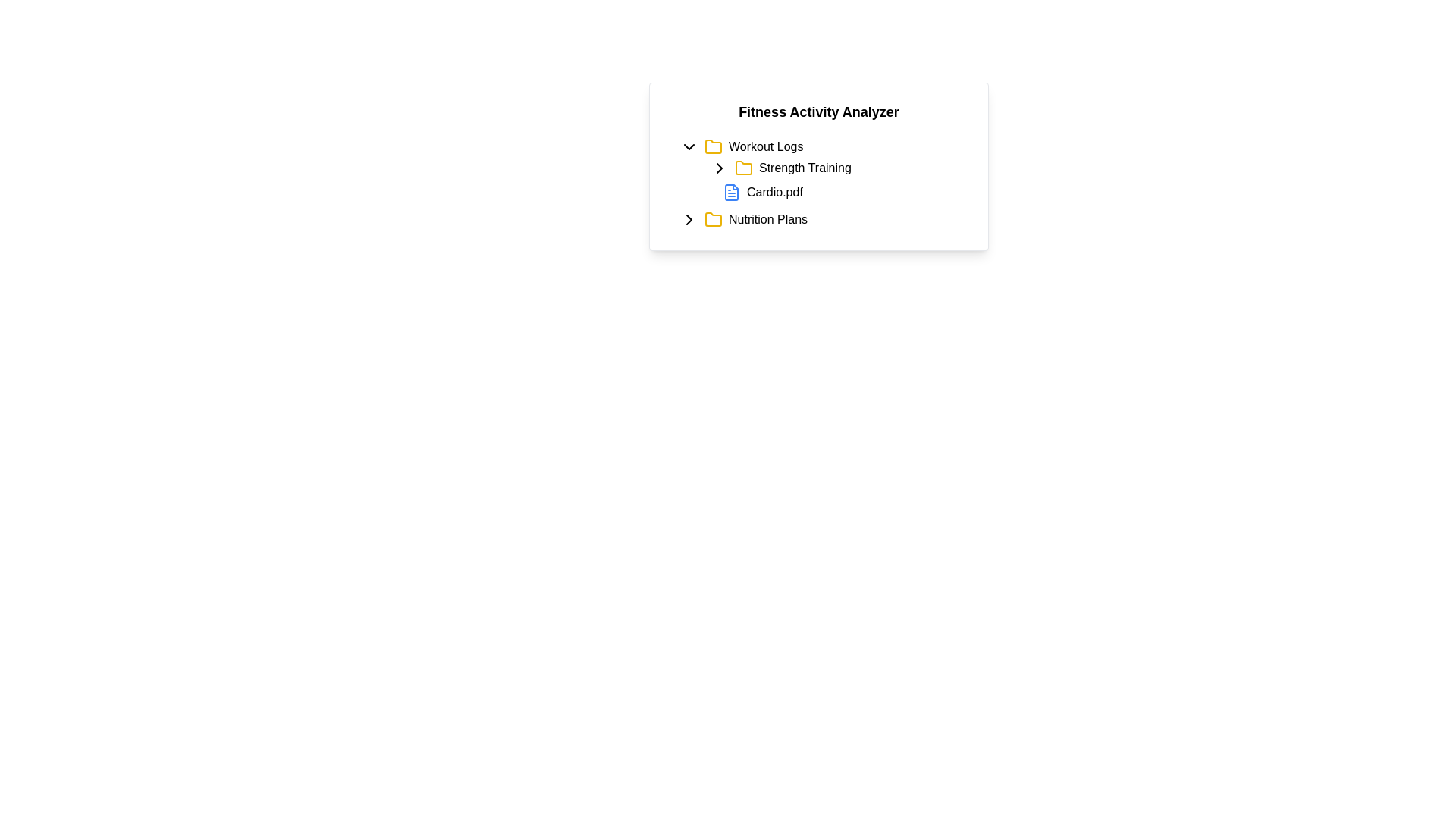 The width and height of the screenshot is (1456, 819). What do you see at coordinates (824, 146) in the screenshot?
I see `the expandable folder in the 'Fitness Activity Analyzer' panel` at bounding box center [824, 146].